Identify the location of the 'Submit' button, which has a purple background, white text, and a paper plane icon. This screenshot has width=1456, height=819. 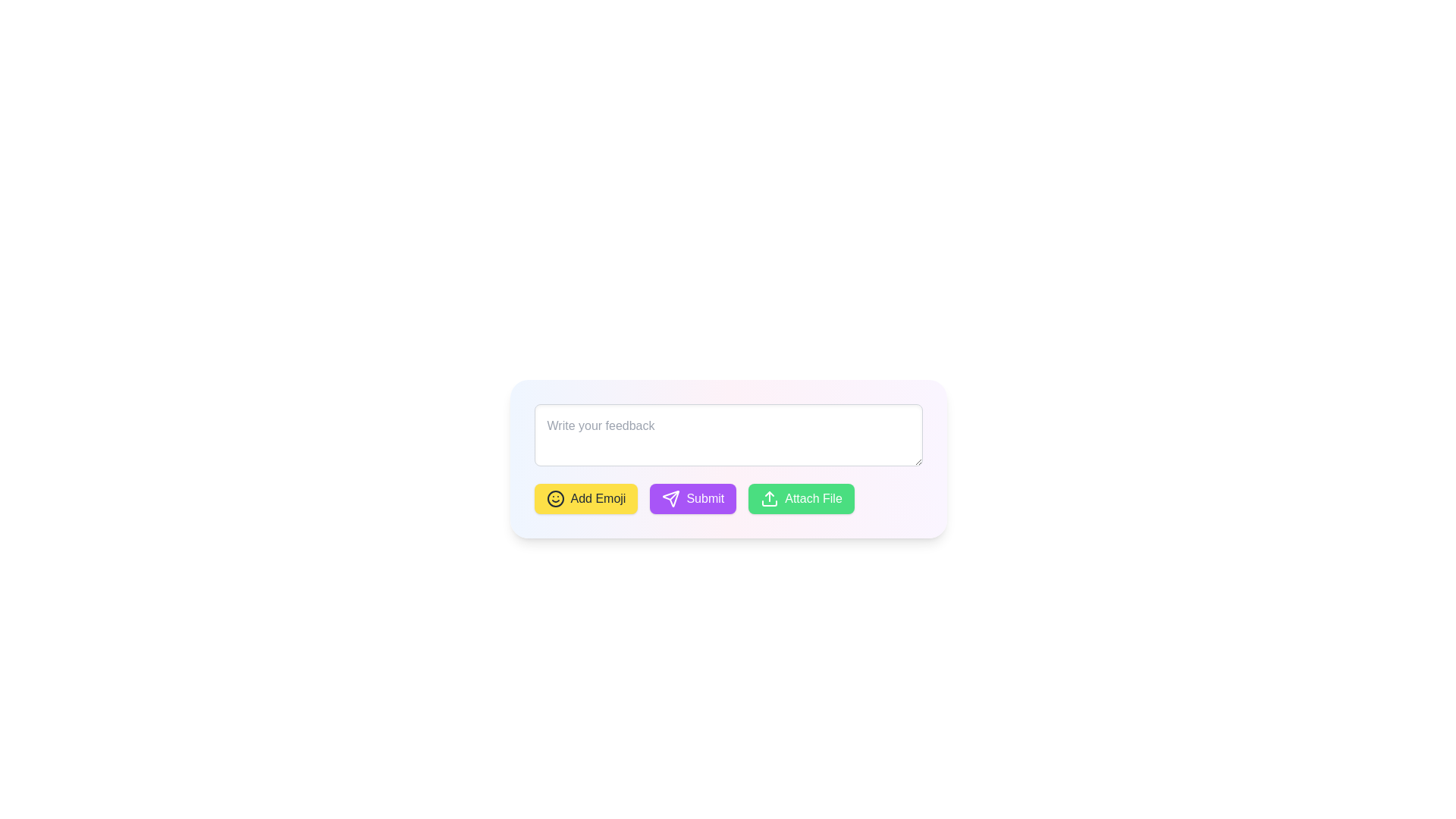
(692, 499).